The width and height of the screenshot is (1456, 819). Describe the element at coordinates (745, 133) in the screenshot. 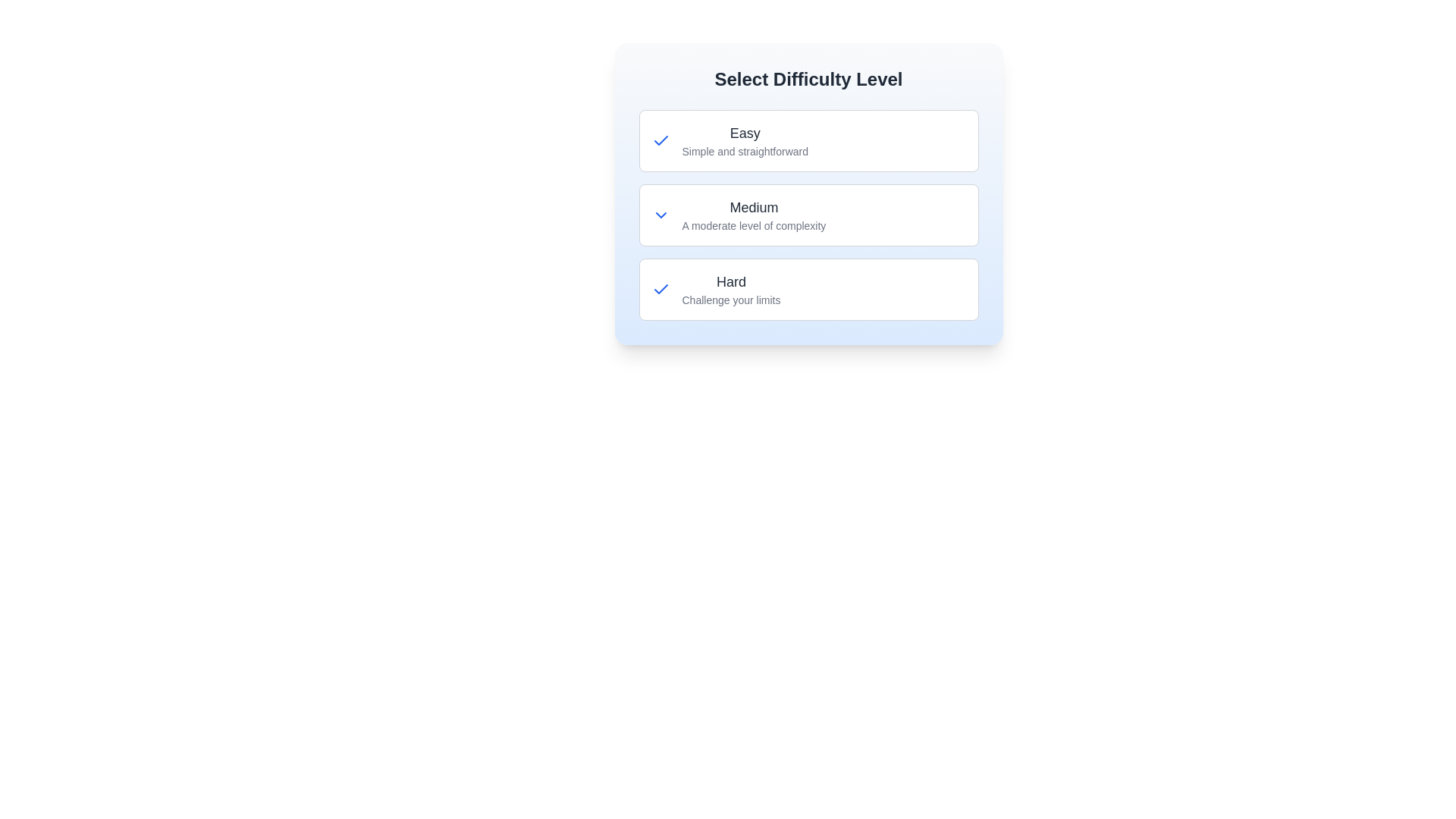

I see `the 'Easy' text label, which serves as a heading for the corresponding difficulty level in the selection menu` at that location.